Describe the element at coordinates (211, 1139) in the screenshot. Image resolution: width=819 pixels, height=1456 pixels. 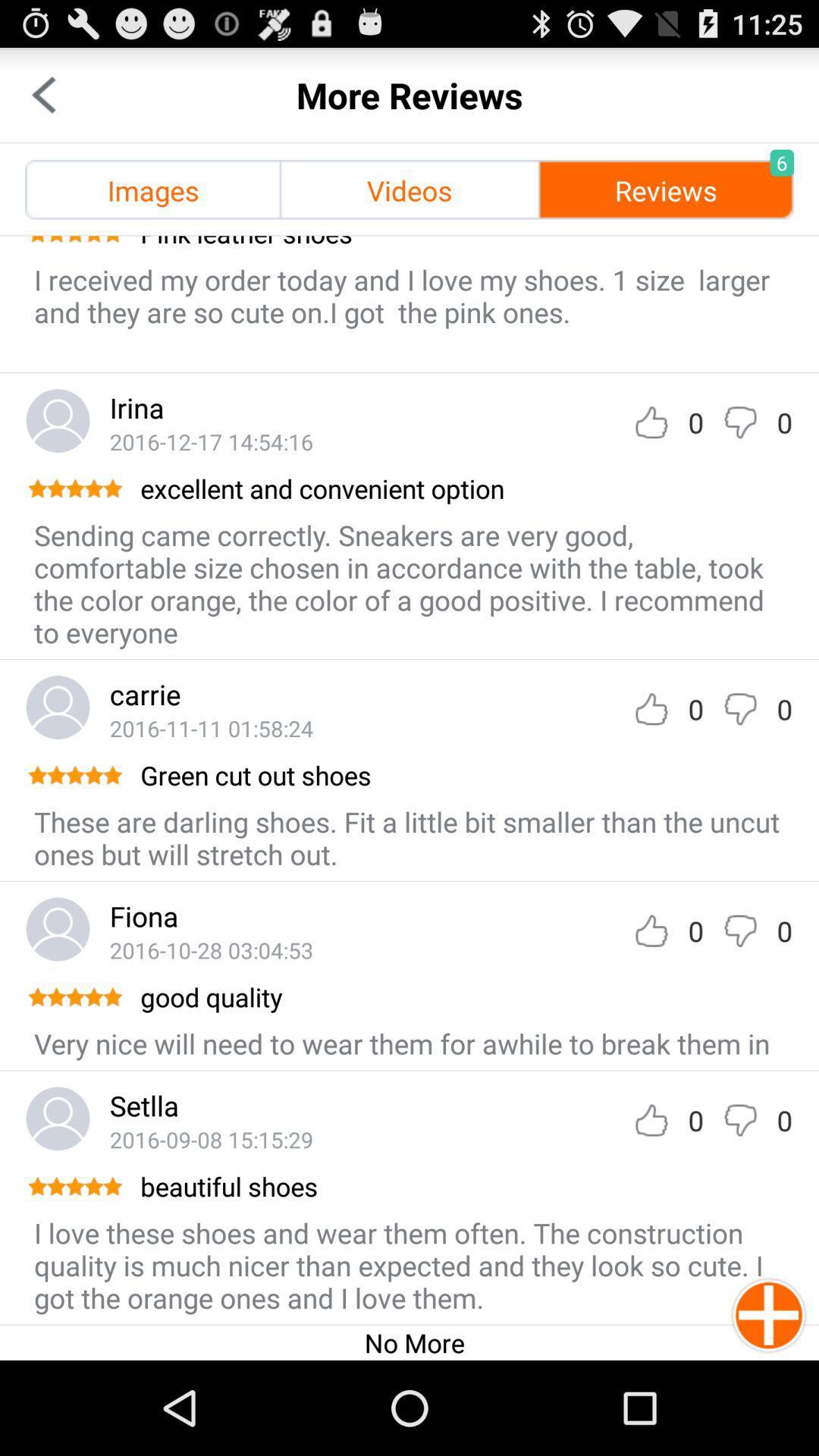
I see `2016 09 08` at that location.